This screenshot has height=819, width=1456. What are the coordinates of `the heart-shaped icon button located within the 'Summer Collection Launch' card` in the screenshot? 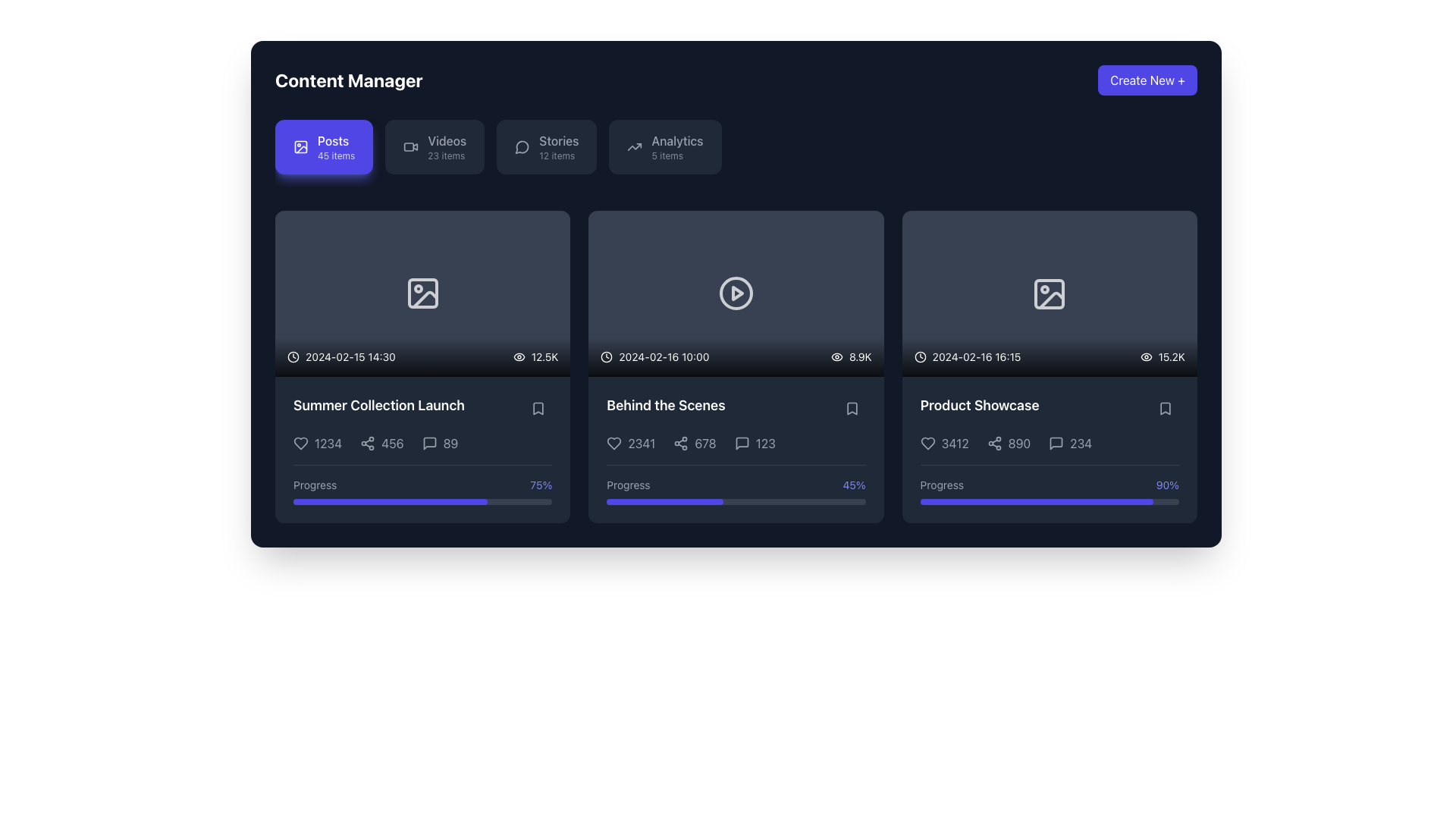 It's located at (301, 442).